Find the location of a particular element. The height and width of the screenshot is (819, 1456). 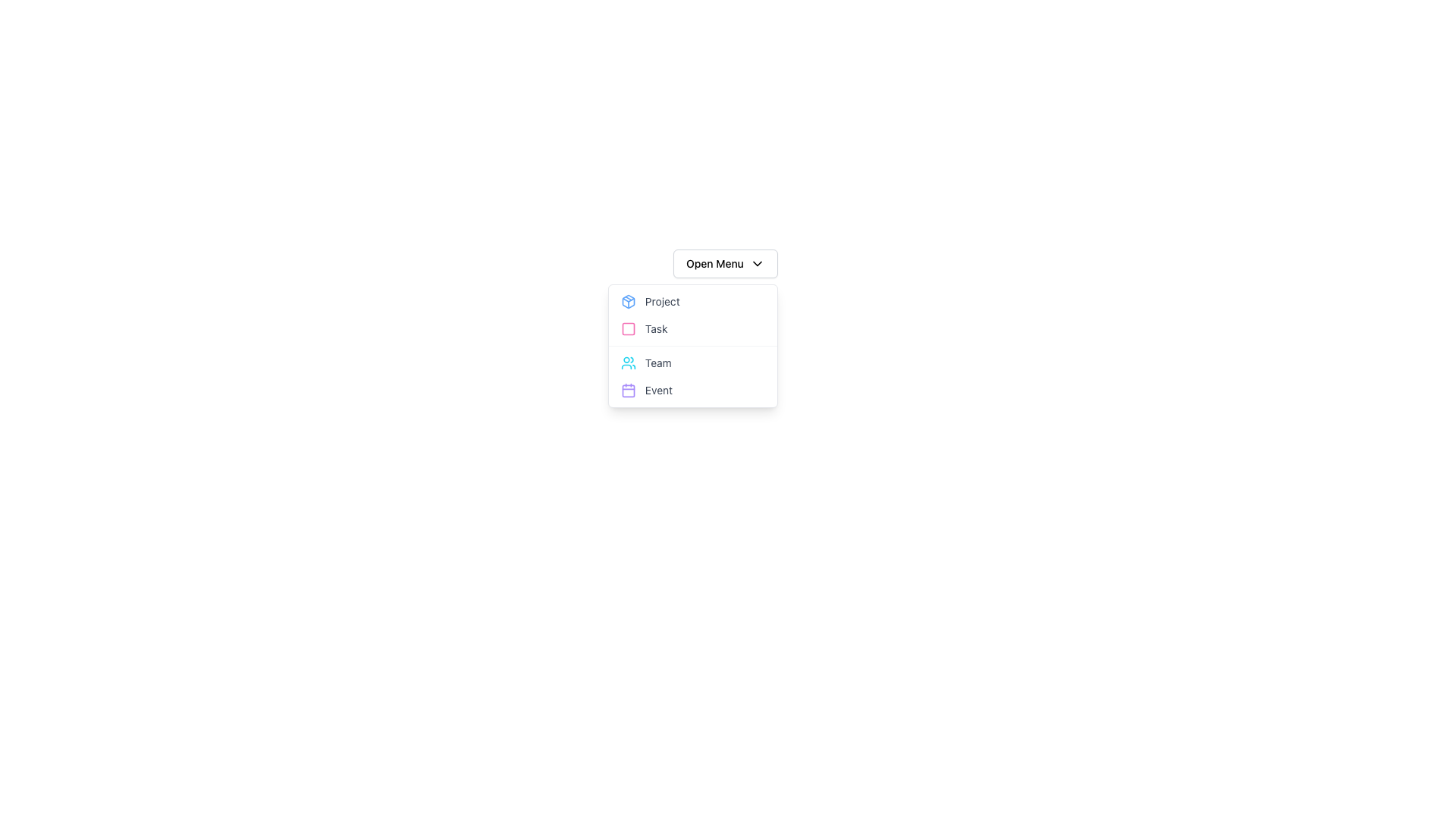

the first graphical icon in the 'Task' row of the dropdown menu is located at coordinates (628, 328).